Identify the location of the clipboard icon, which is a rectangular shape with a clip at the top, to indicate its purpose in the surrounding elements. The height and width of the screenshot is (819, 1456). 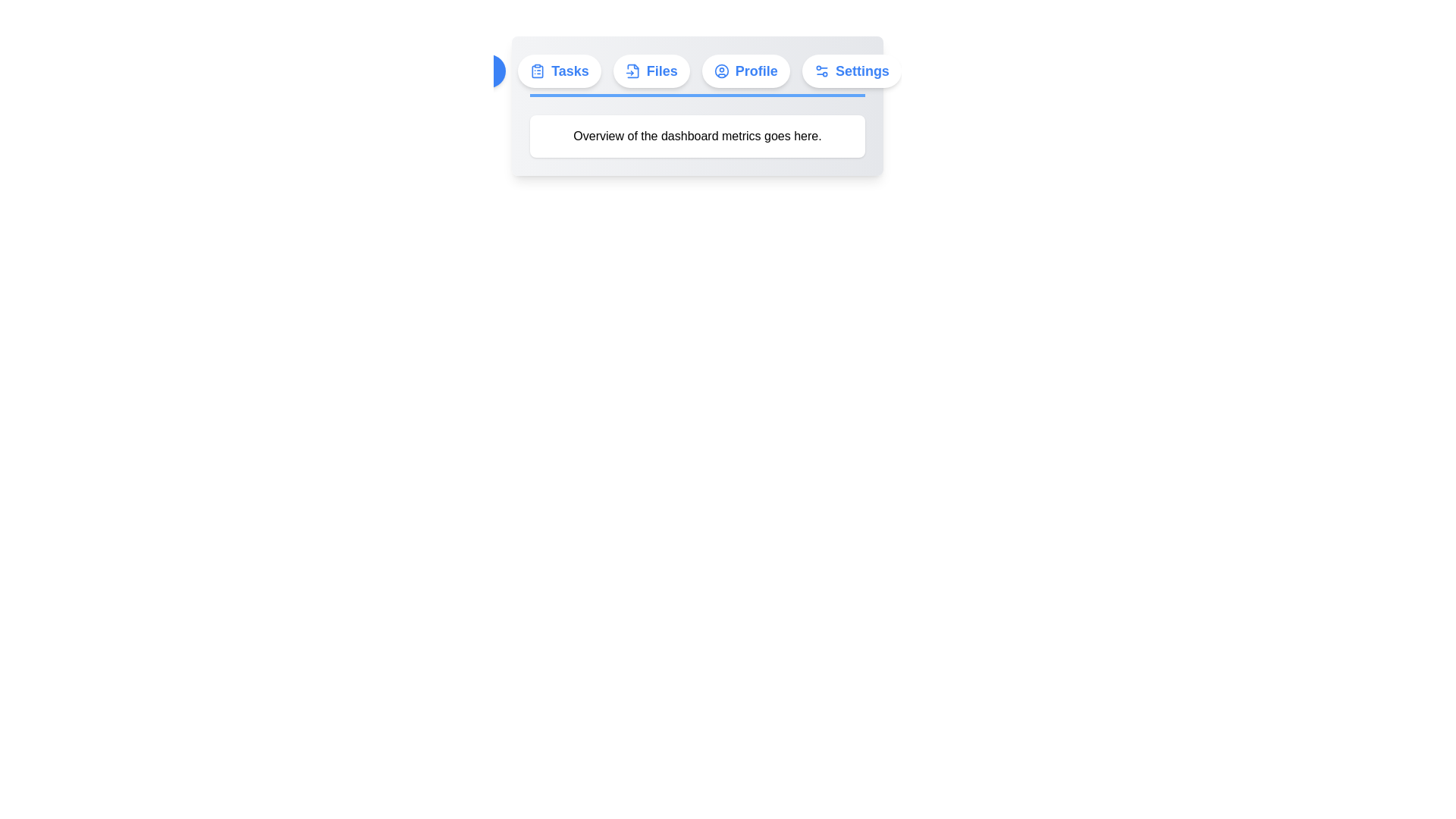
(538, 71).